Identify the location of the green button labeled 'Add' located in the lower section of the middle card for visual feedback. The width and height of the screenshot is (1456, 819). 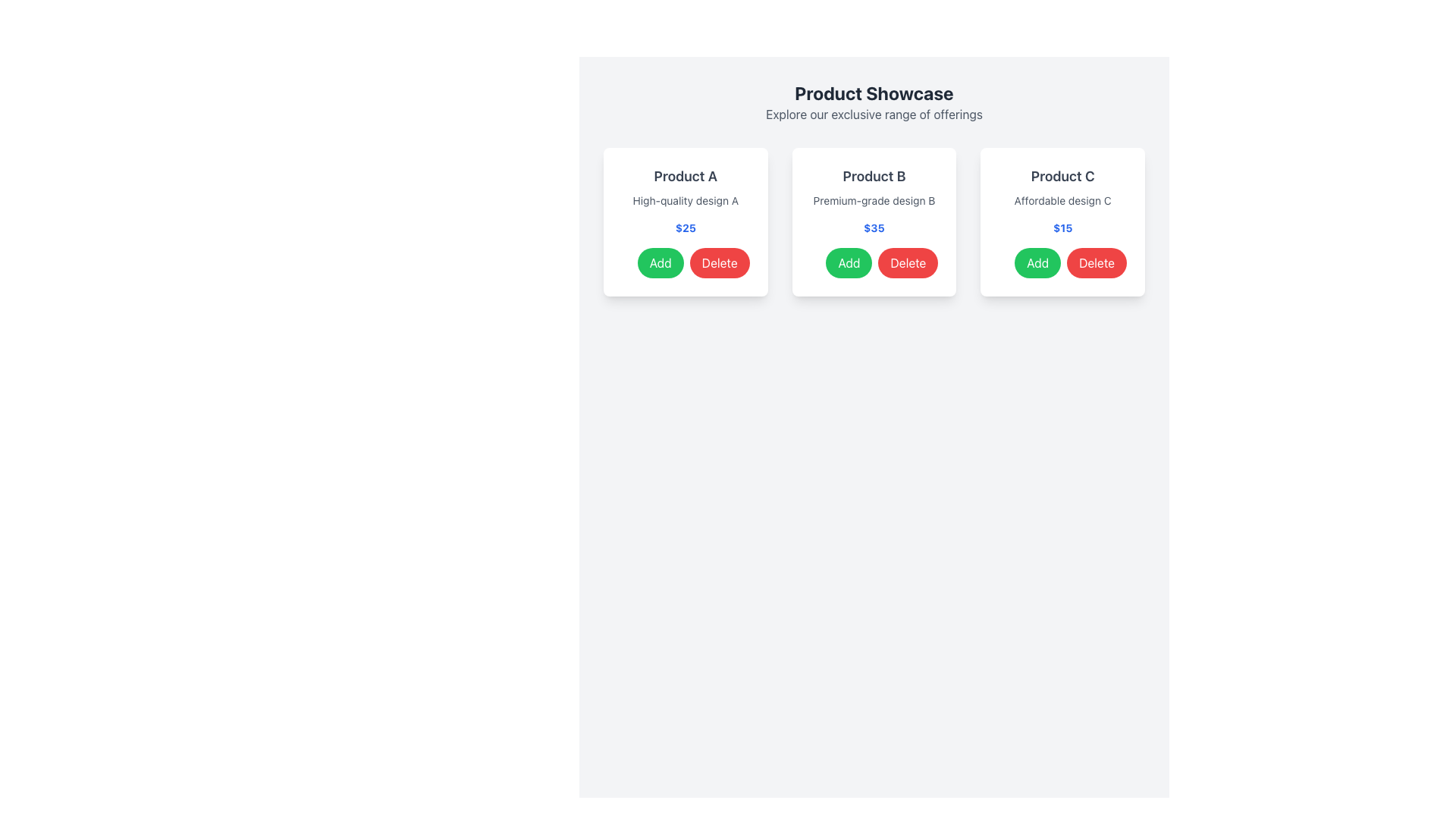
(848, 262).